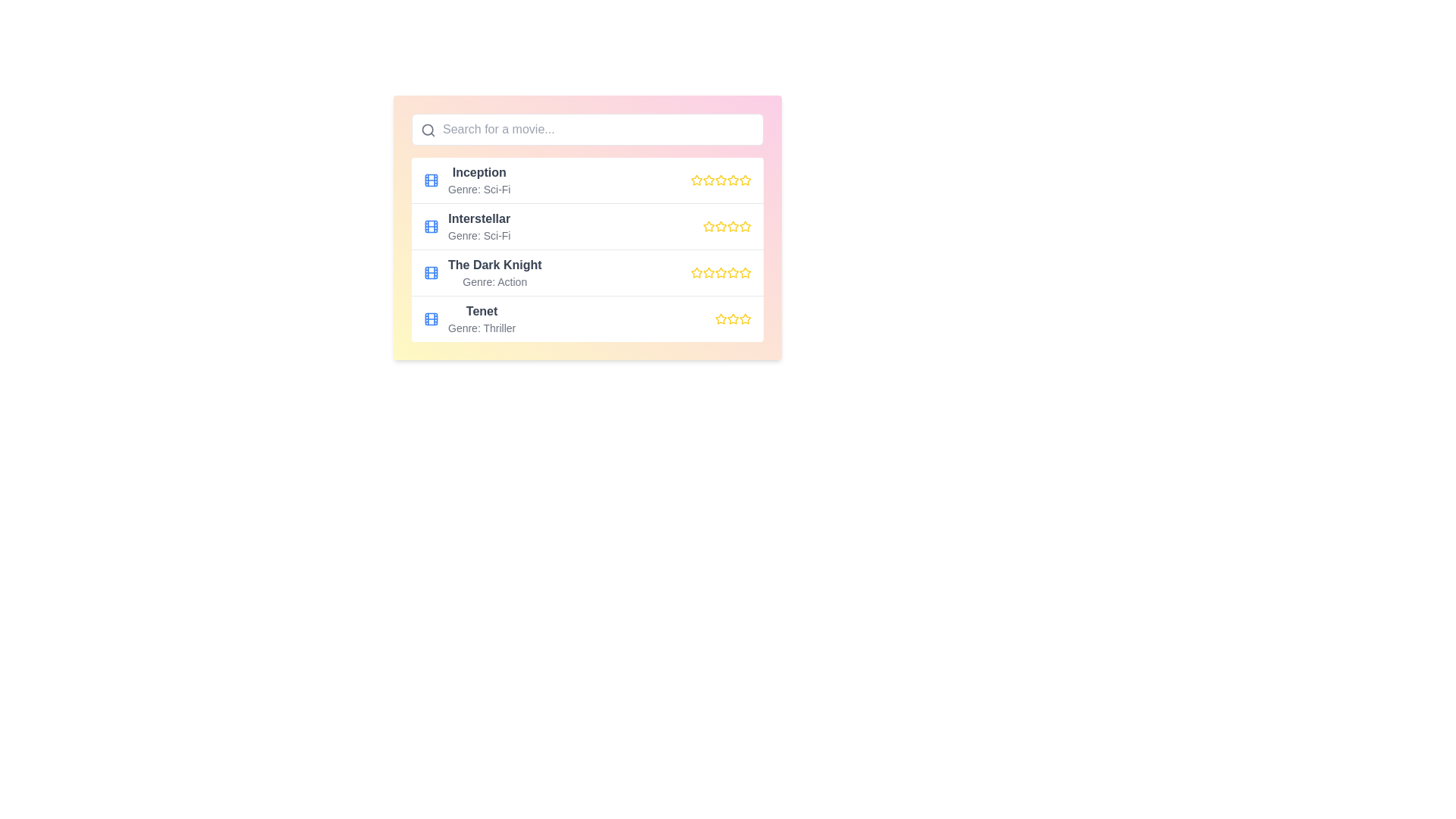 Image resolution: width=1456 pixels, height=819 pixels. Describe the element at coordinates (720, 180) in the screenshot. I see `the third star in the row of five stars` at that location.